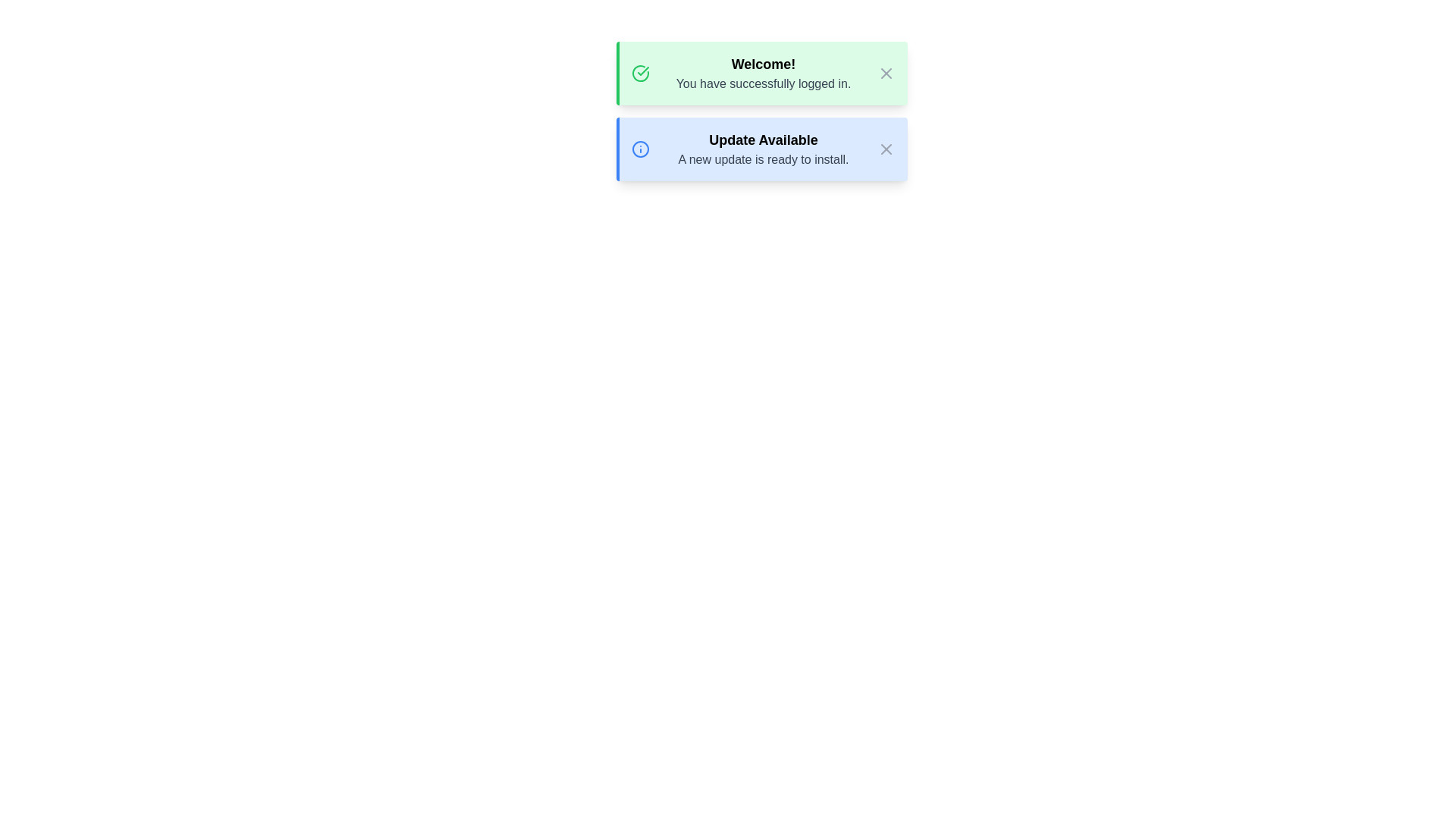 The width and height of the screenshot is (1456, 819). I want to click on the circular blue icon featuring an 'i' symbol, so click(640, 149).